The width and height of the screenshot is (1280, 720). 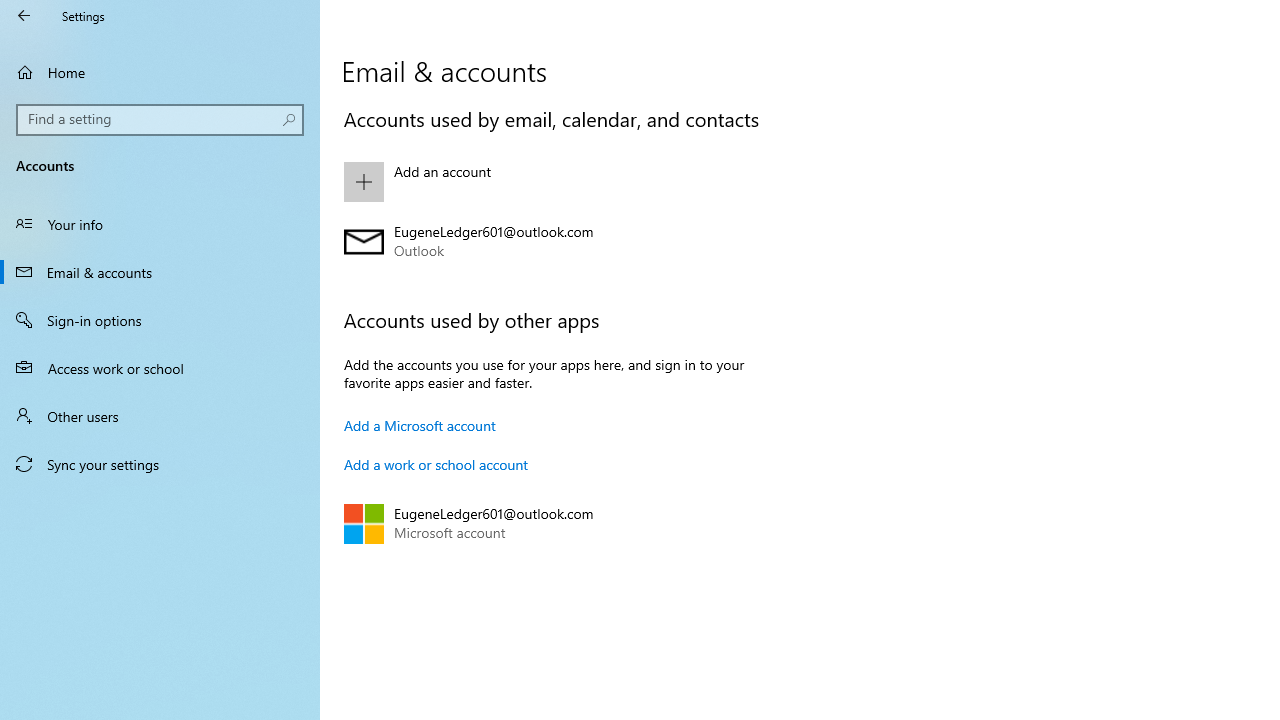 I want to click on 'Add a Microsoft account', so click(x=419, y=424).